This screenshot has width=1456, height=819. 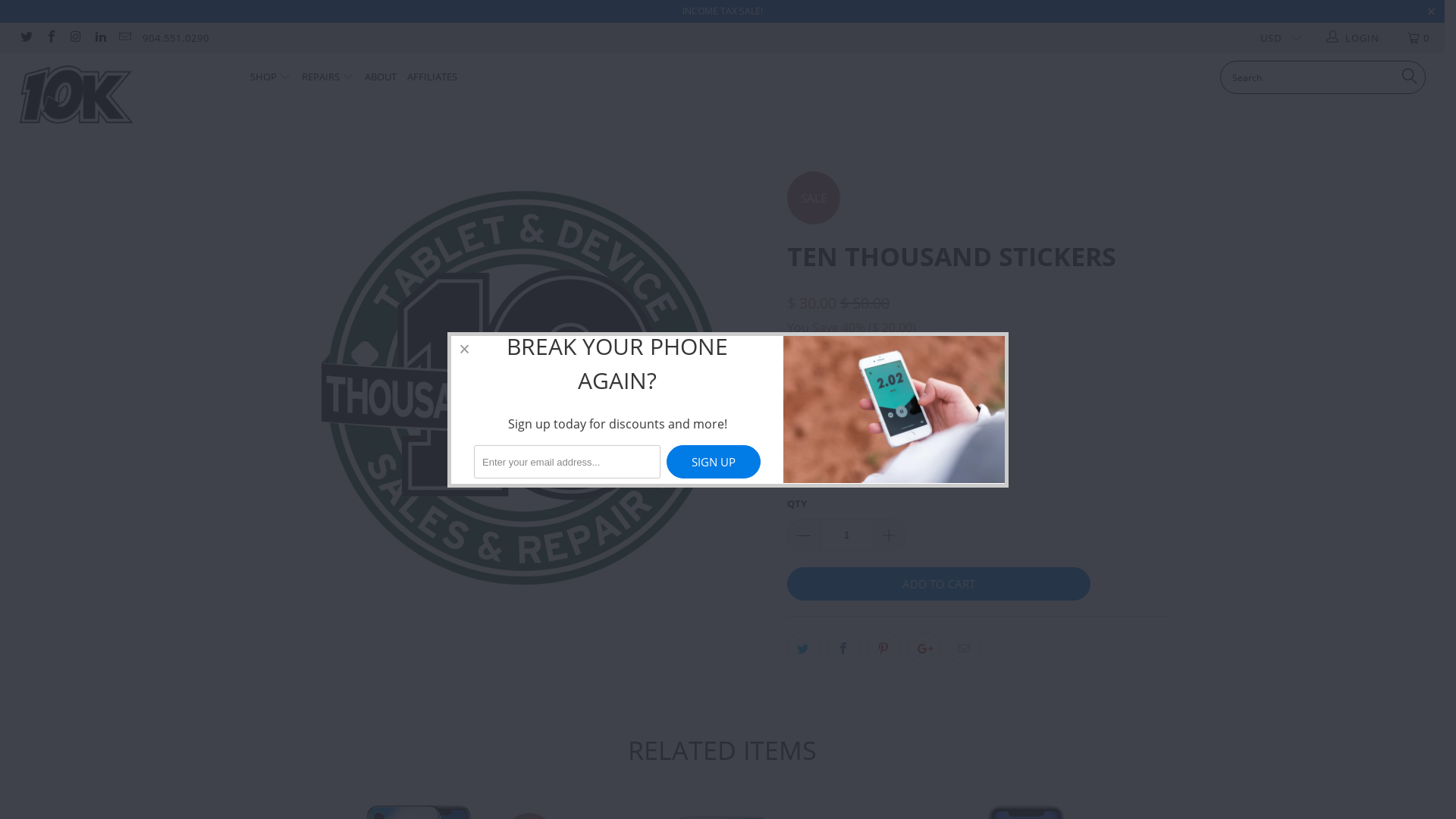 I want to click on 'AFFILIATES', so click(x=431, y=77).